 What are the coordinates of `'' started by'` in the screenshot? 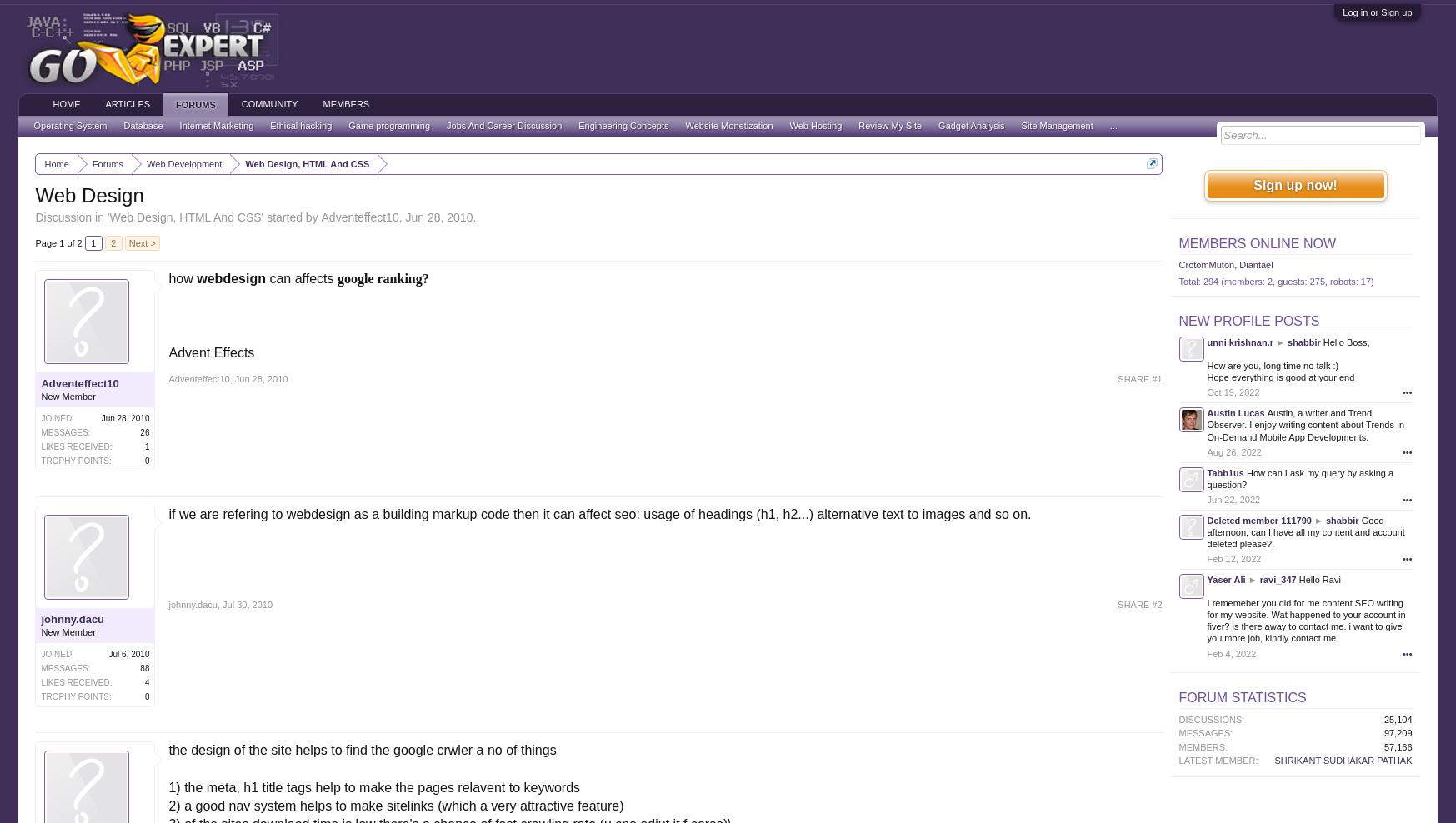 It's located at (290, 216).